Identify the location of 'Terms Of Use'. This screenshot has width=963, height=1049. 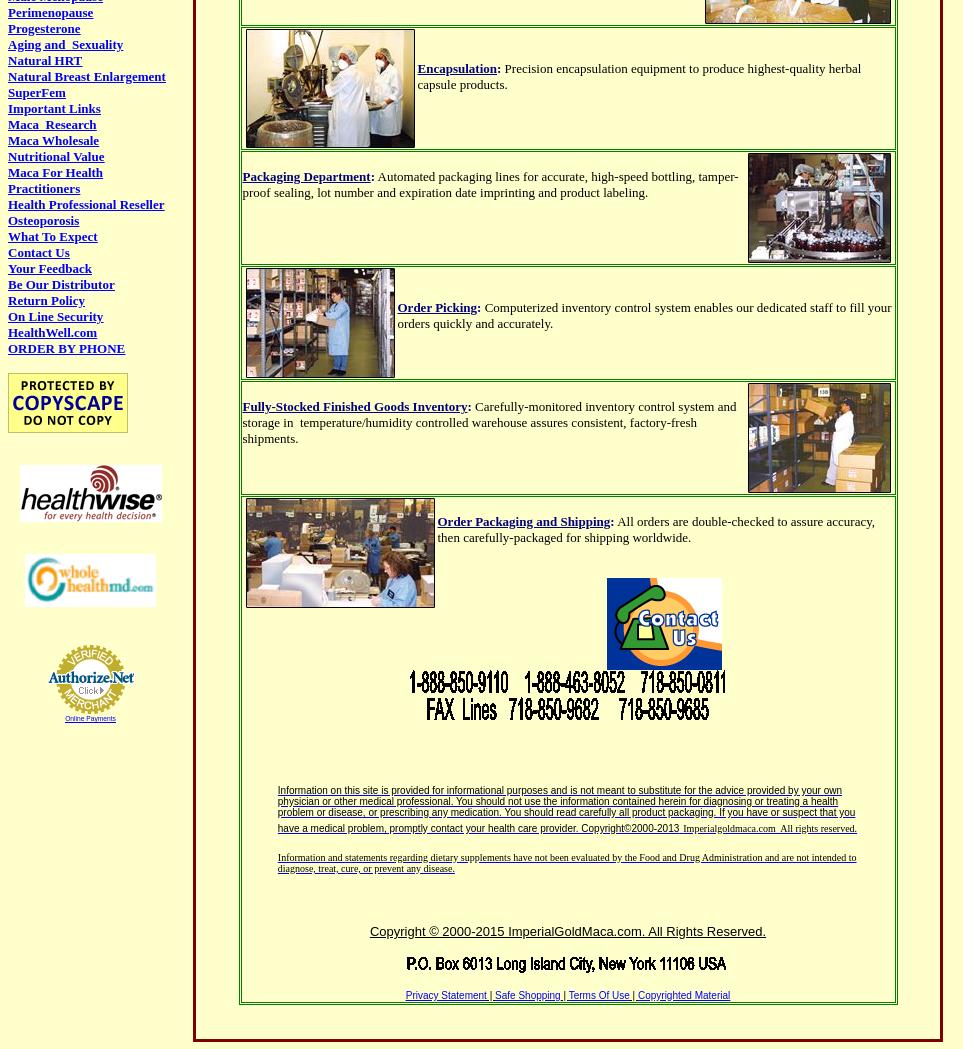
(598, 994).